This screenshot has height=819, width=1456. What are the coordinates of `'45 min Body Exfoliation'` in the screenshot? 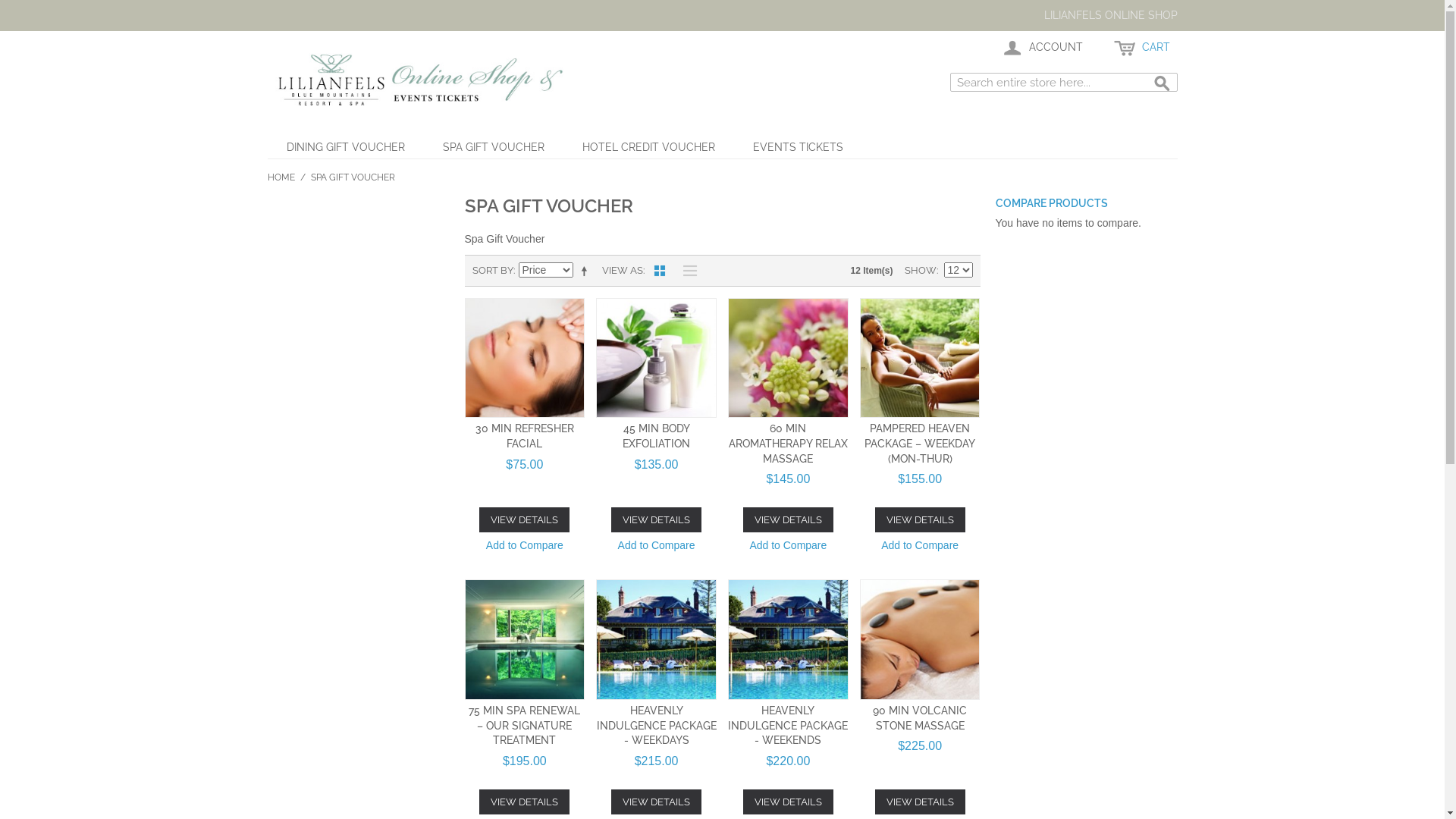 It's located at (656, 358).